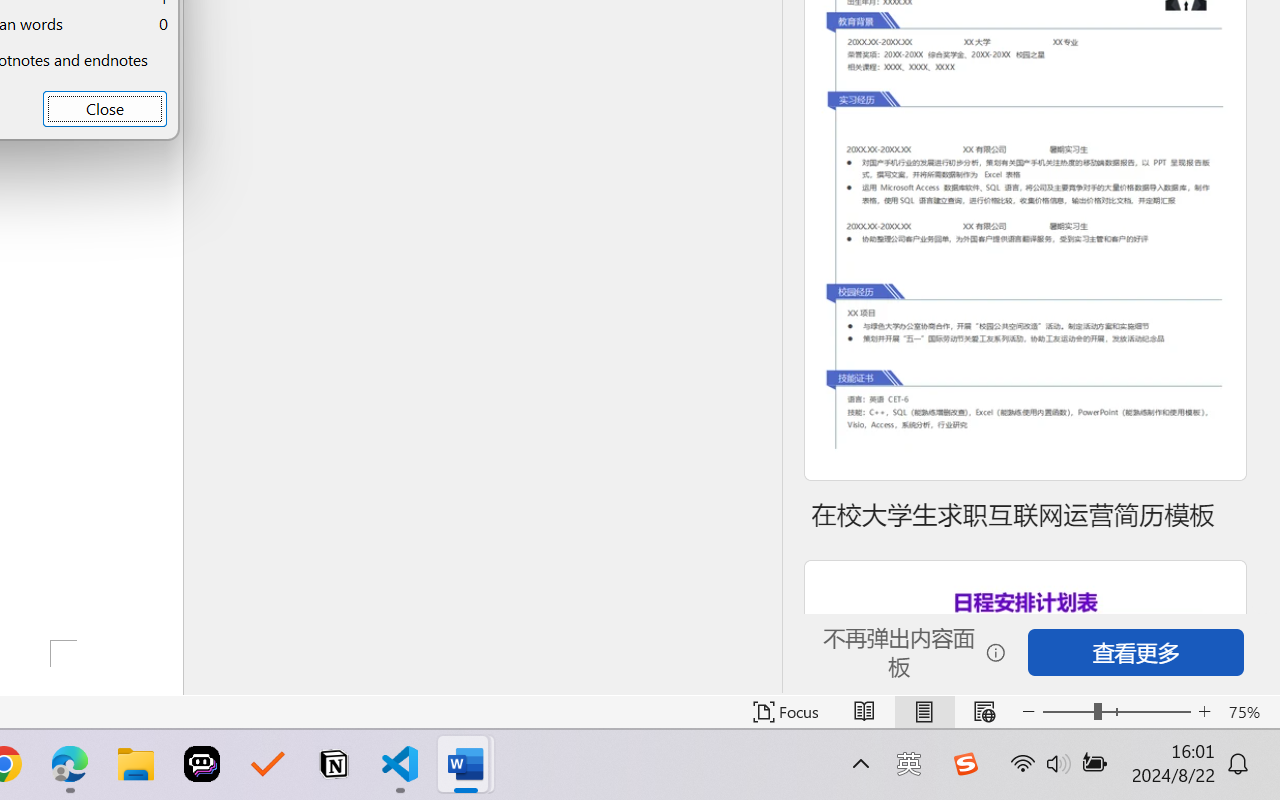 Image resolution: width=1280 pixels, height=800 pixels. Describe the element at coordinates (965, 764) in the screenshot. I see `'Class: Image'` at that location.